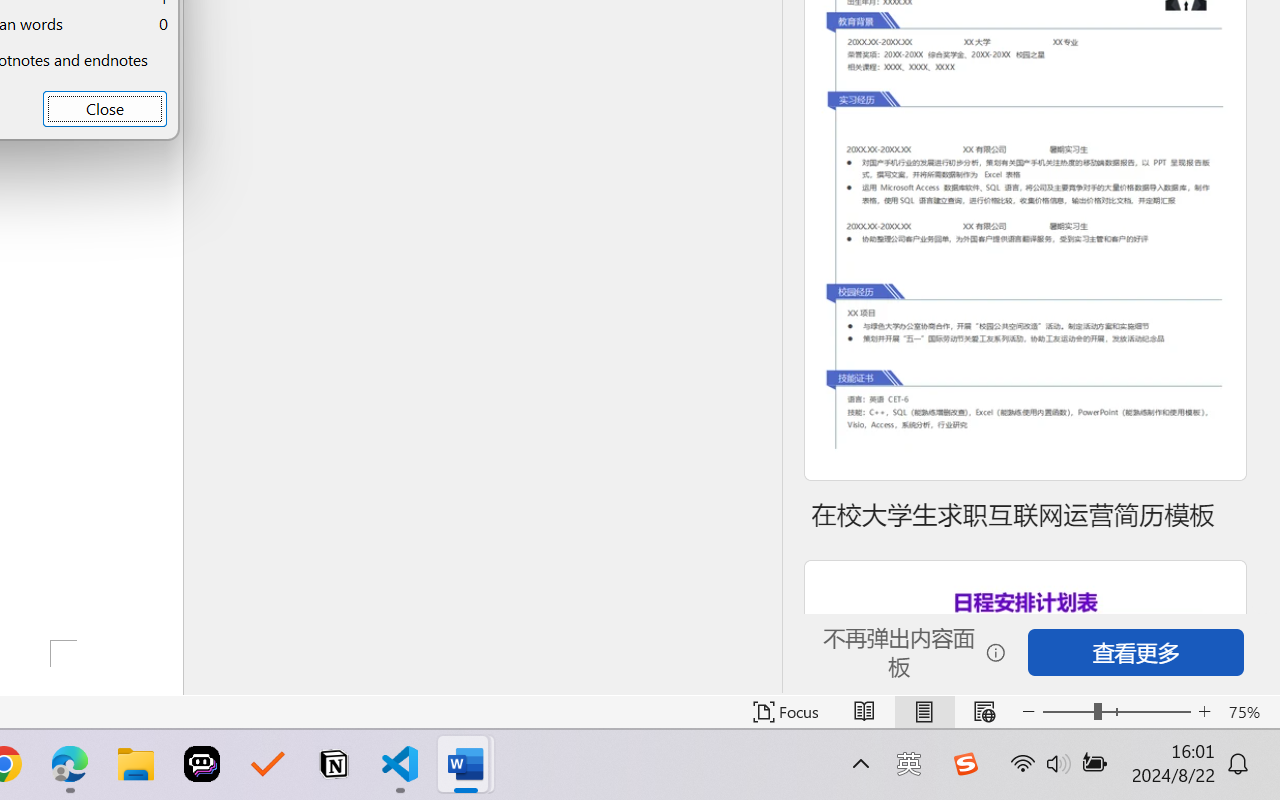 Image resolution: width=1280 pixels, height=800 pixels. Describe the element at coordinates (965, 764) in the screenshot. I see `'Class: Image'` at that location.